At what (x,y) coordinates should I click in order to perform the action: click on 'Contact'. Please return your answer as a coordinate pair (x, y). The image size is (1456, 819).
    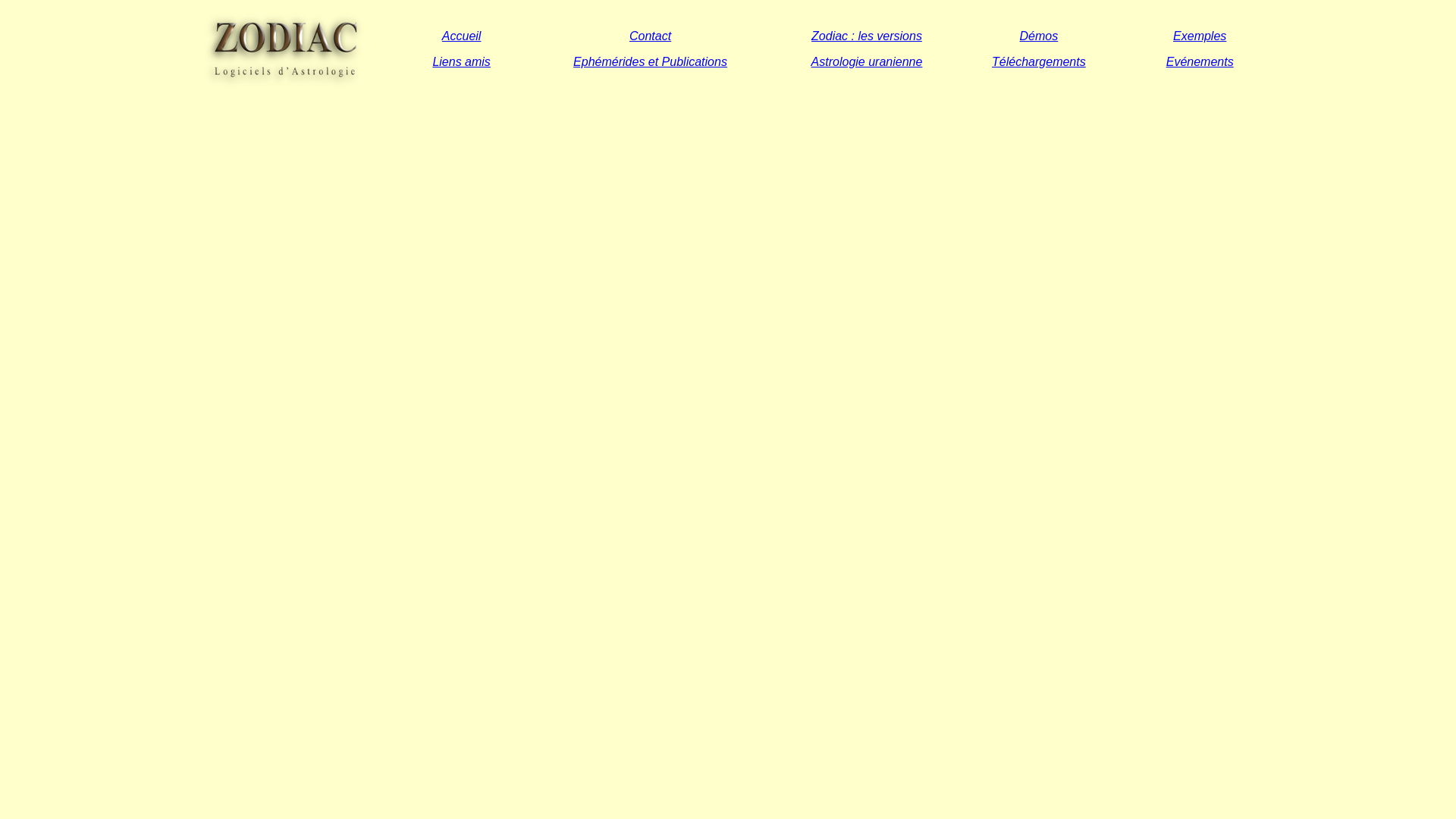
    Looking at the image, I should click on (629, 34).